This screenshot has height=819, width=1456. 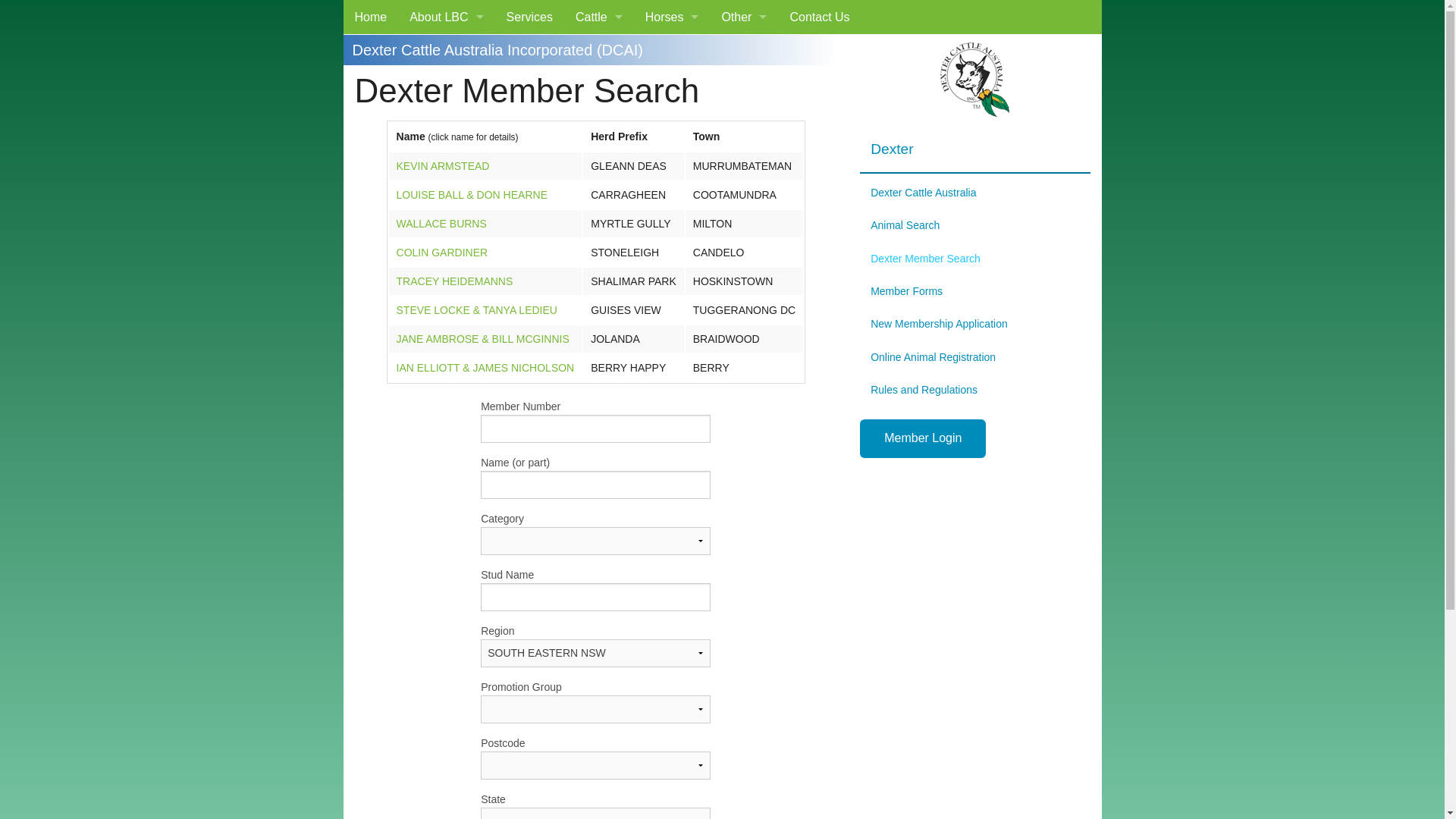 What do you see at coordinates (441, 251) in the screenshot?
I see `'COLIN GARDINER'` at bounding box center [441, 251].